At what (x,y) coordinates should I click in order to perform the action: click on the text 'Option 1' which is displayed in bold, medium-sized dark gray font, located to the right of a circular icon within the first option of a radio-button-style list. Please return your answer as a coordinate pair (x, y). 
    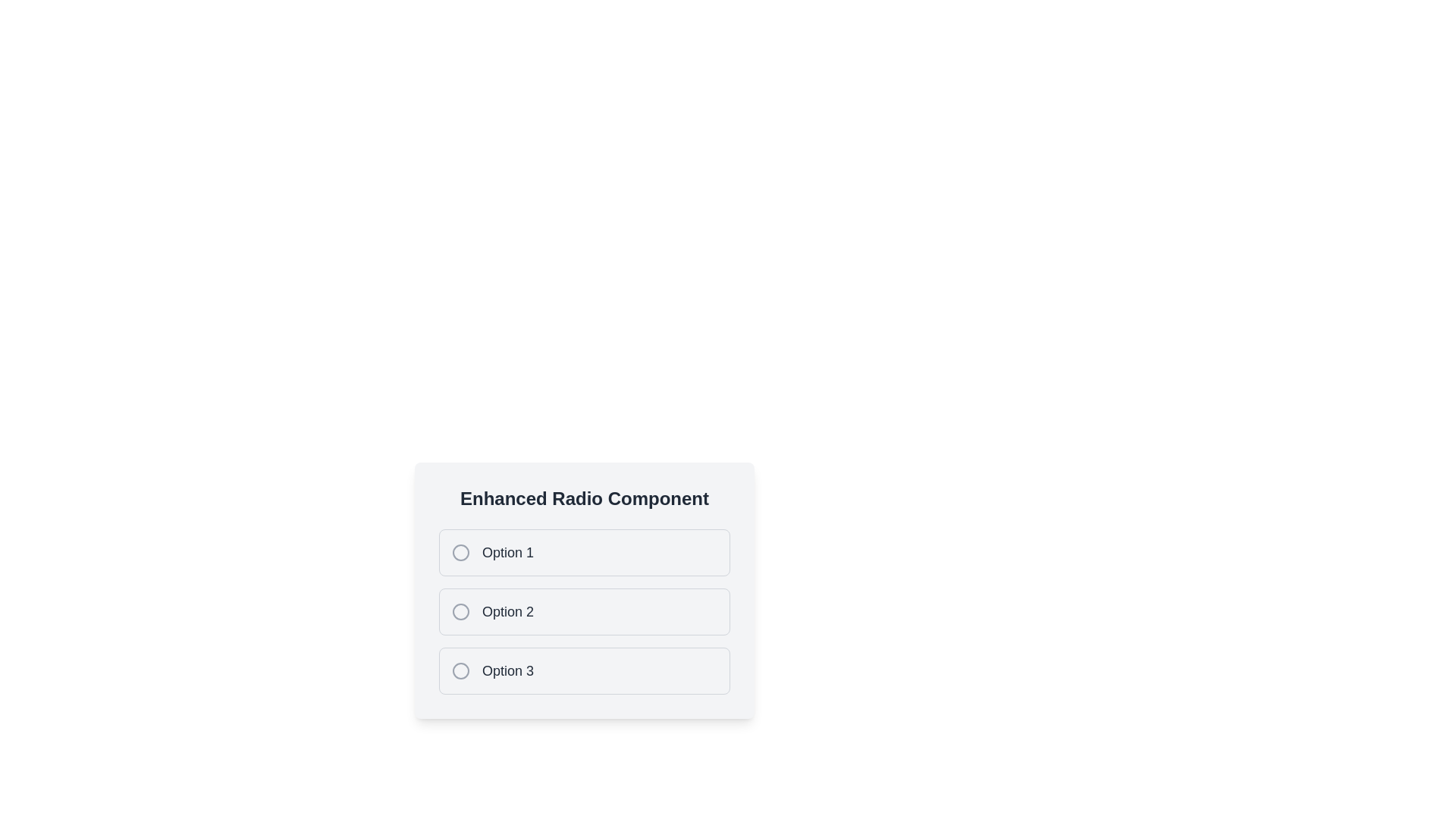
    Looking at the image, I should click on (508, 553).